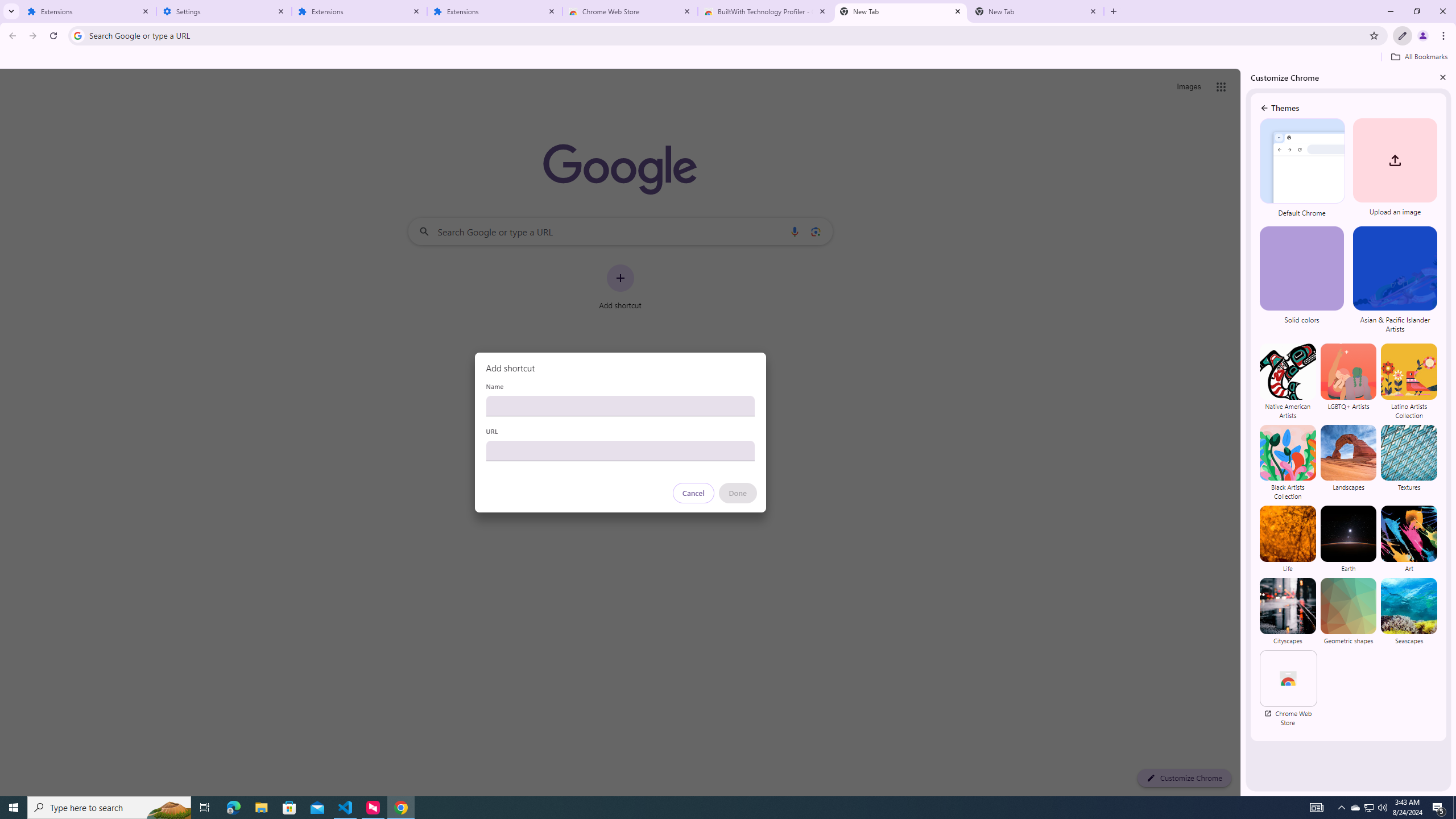  What do you see at coordinates (1302, 168) in the screenshot?
I see `'Default Chrome'` at bounding box center [1302, 168].